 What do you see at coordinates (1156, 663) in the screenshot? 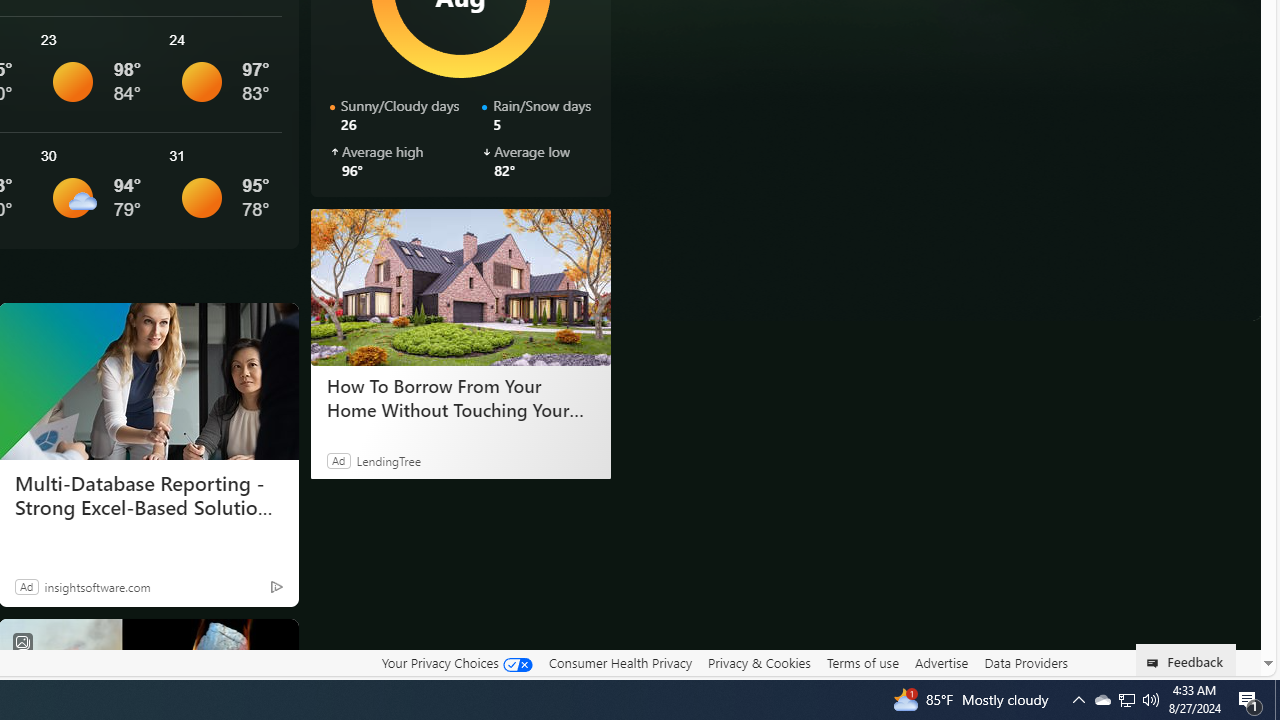
I see `'Class: feedback_link_icon-DS-EntryPoint1-1'` at bounding box center [1156, 663].